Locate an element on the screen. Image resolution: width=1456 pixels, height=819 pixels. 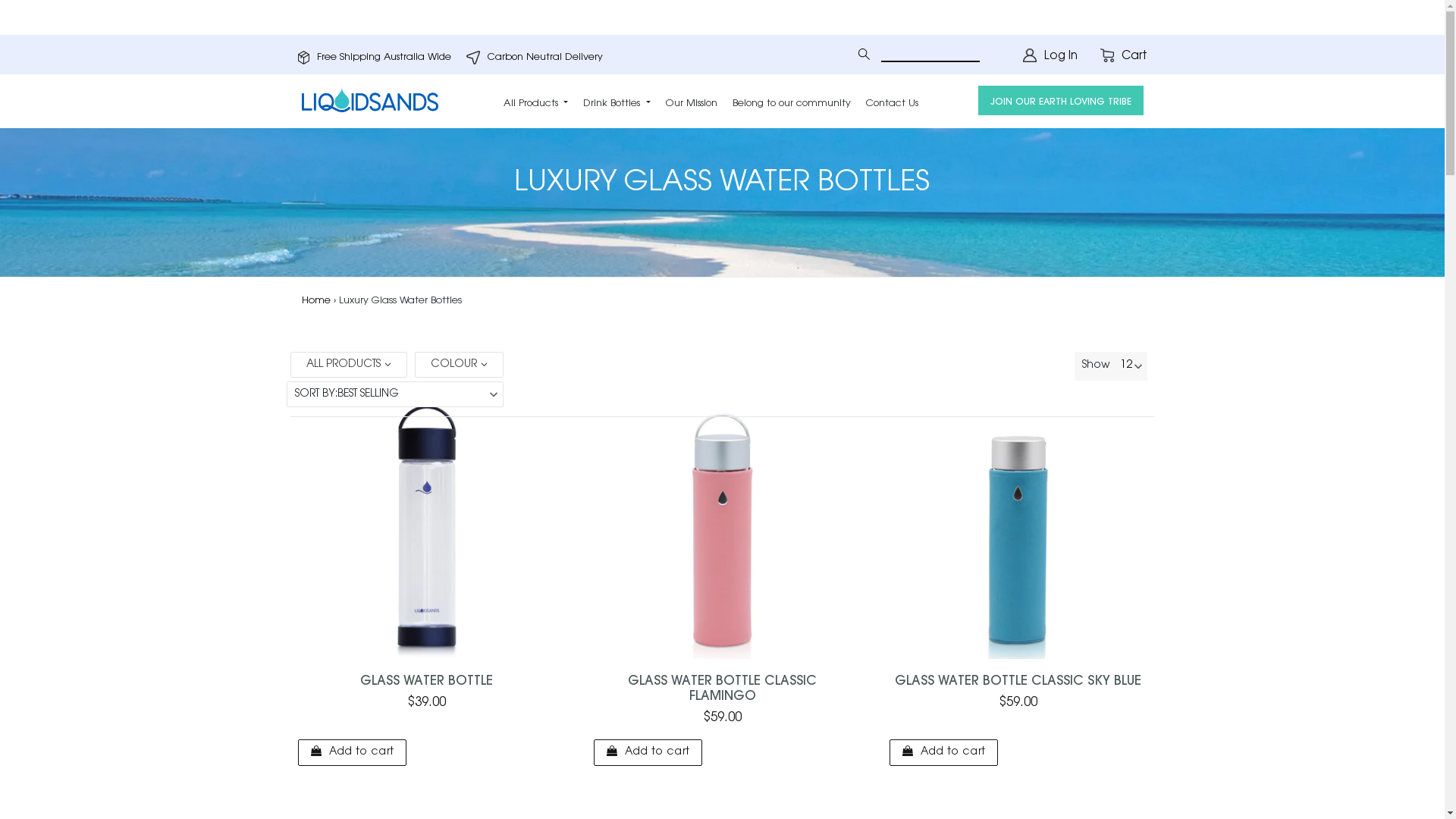
'Cart' is located at coordinates (1123, 56).